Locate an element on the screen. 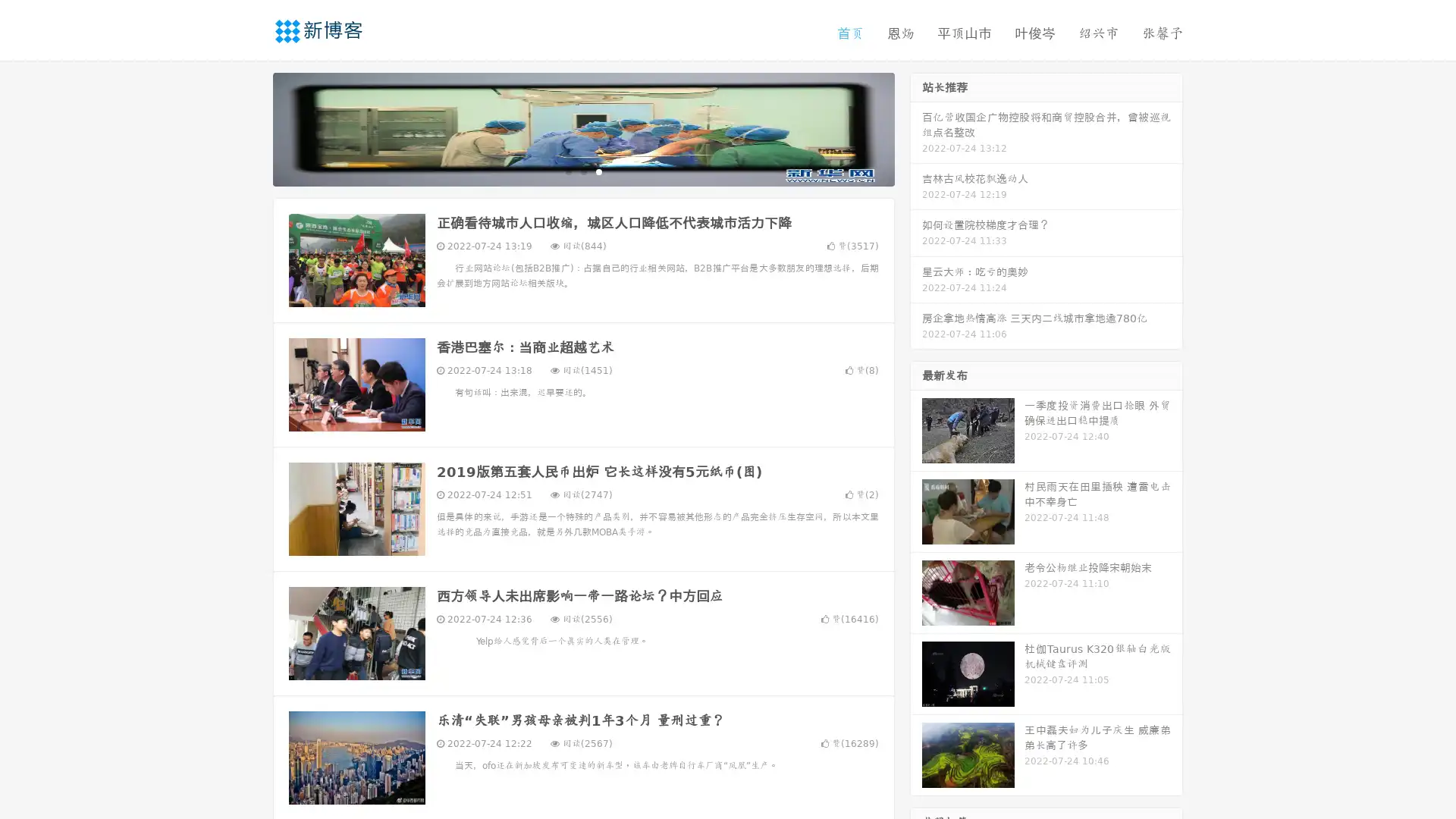 This screenshot has width=1456, height=819. Previous slide is located at coordinates (250, 127).